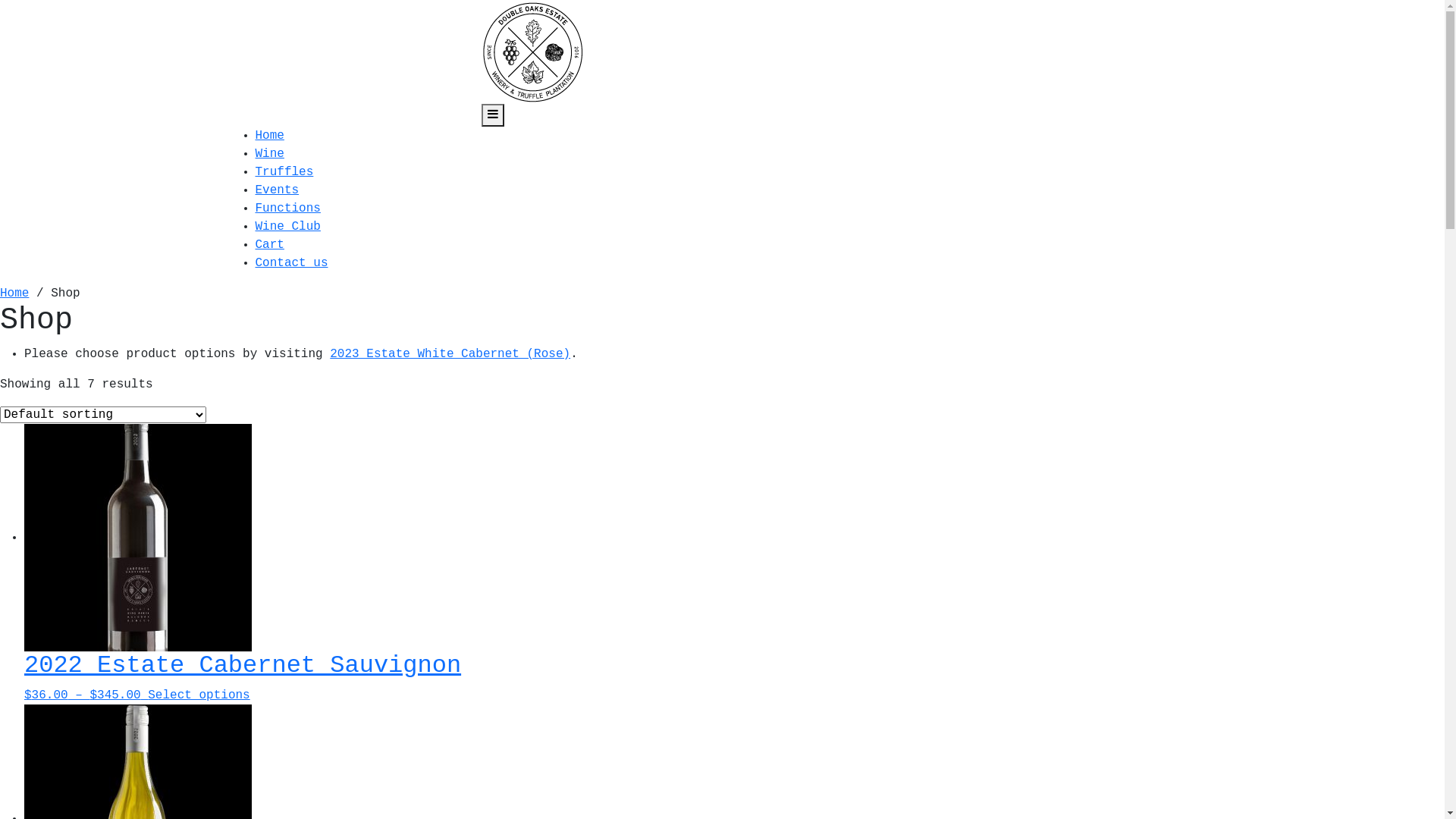 This screenshot has width=1456, height=819. Describe the element at coordinates (284, 171) in the screenshot. I see `'Truffles'` at that location.